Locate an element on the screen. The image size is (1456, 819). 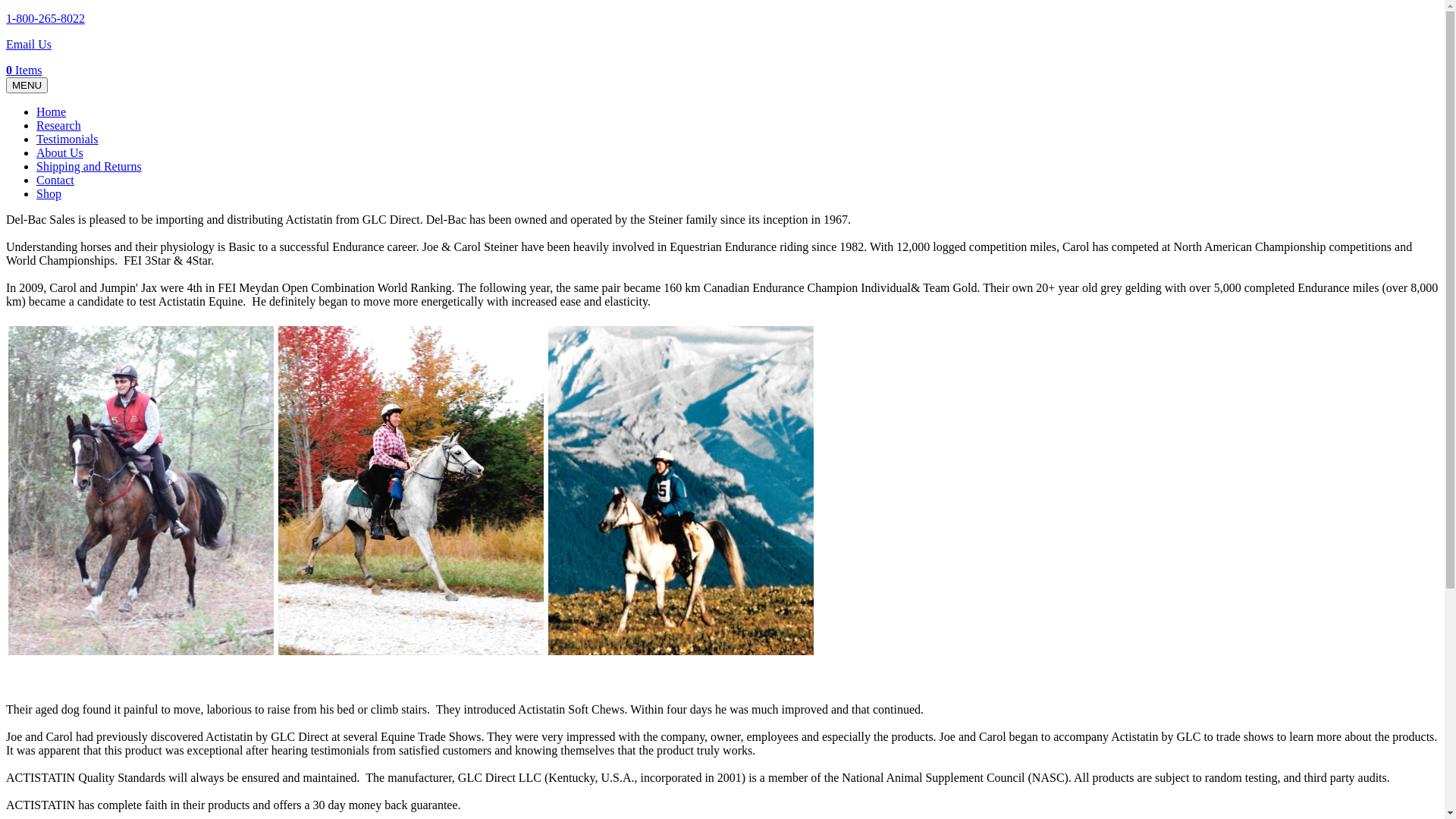
'Home' is located at coordinates (51, 111).